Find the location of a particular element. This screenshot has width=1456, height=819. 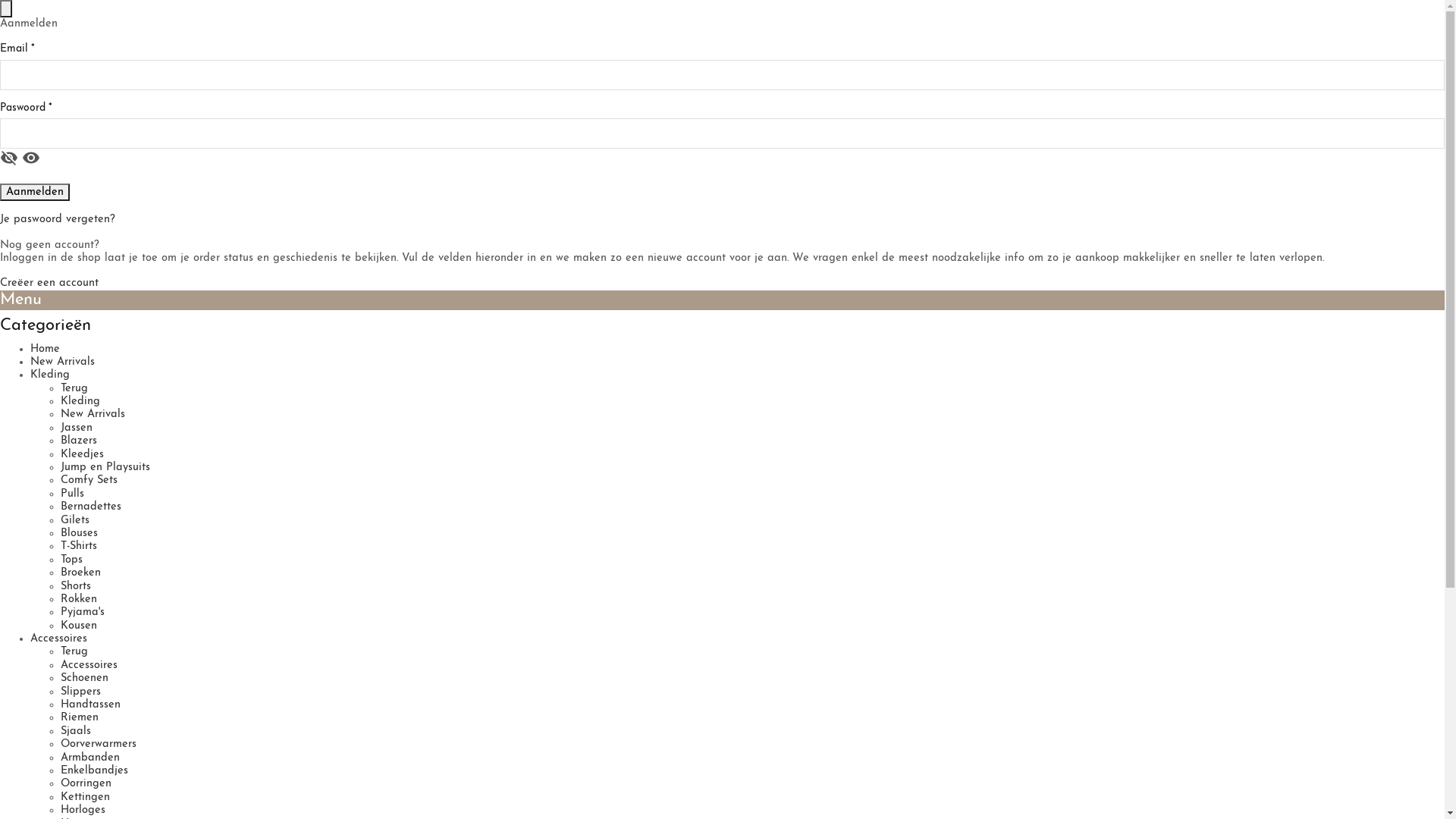

'Horloges' is located at coordinates (82, 809).